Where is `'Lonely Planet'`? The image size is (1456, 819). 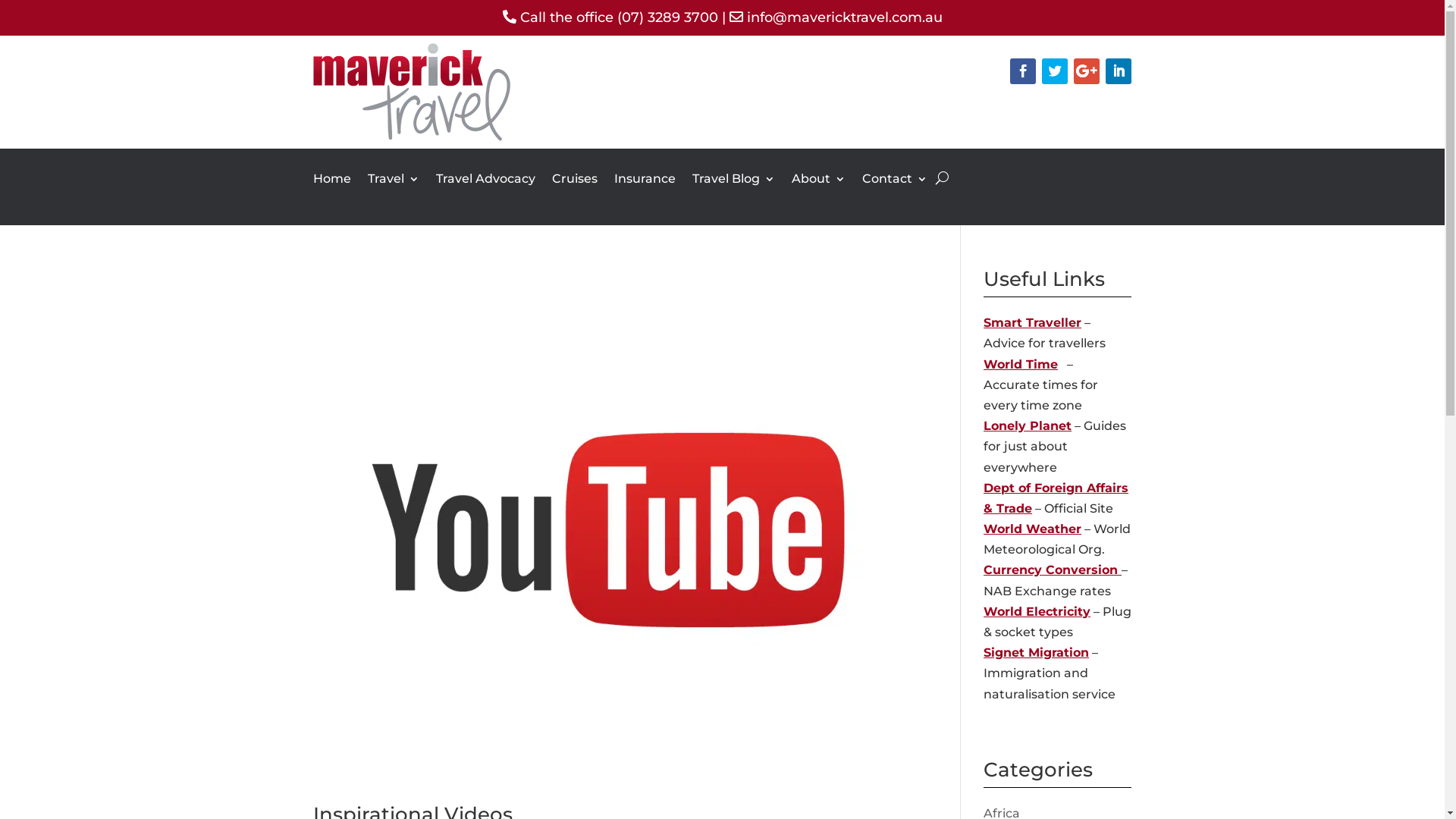 'Lonely Planet' is located at coordinates (1027, 425).